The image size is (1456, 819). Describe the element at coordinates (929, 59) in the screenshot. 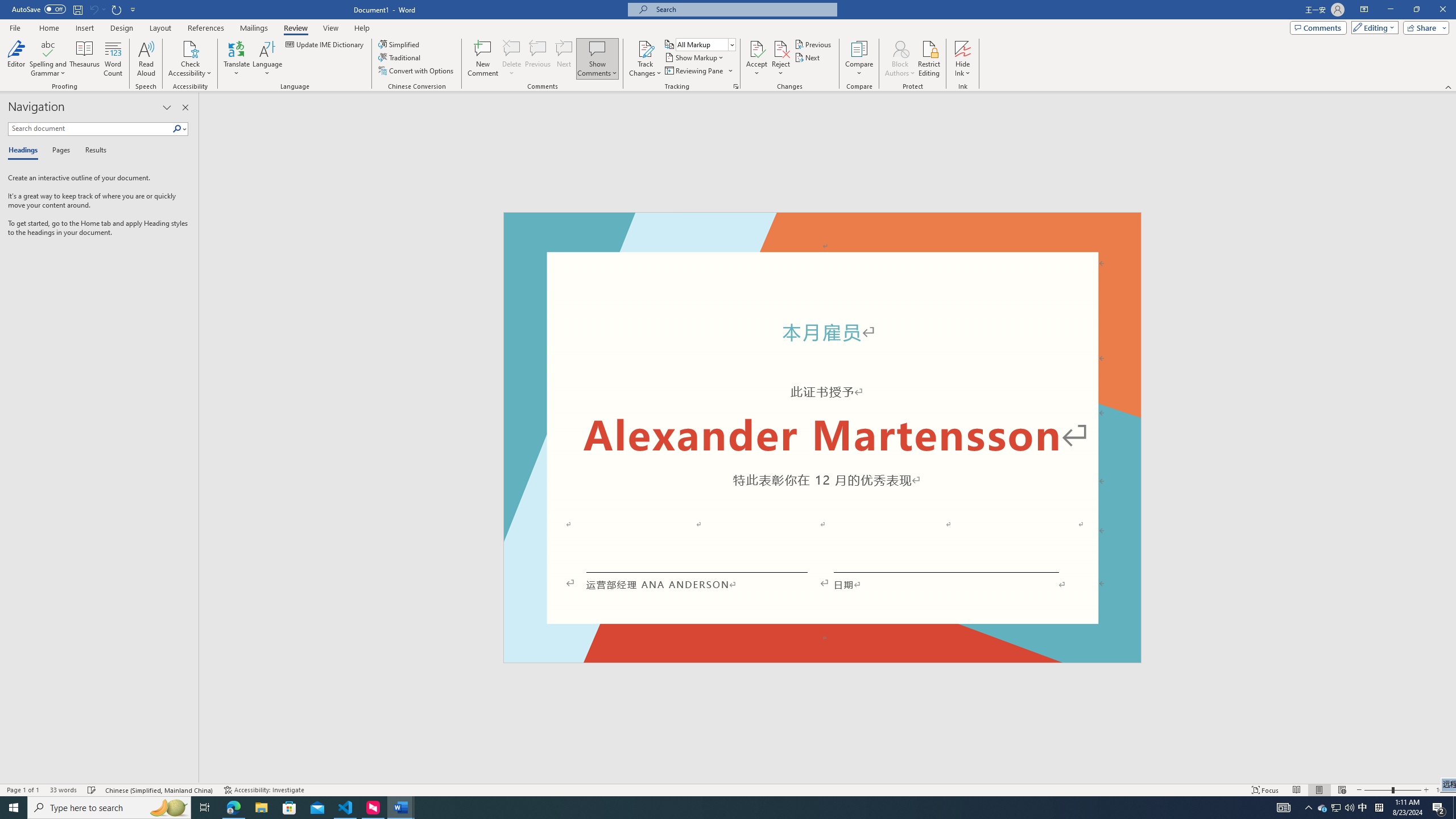

I see `'Restrict Editing'` at that location.